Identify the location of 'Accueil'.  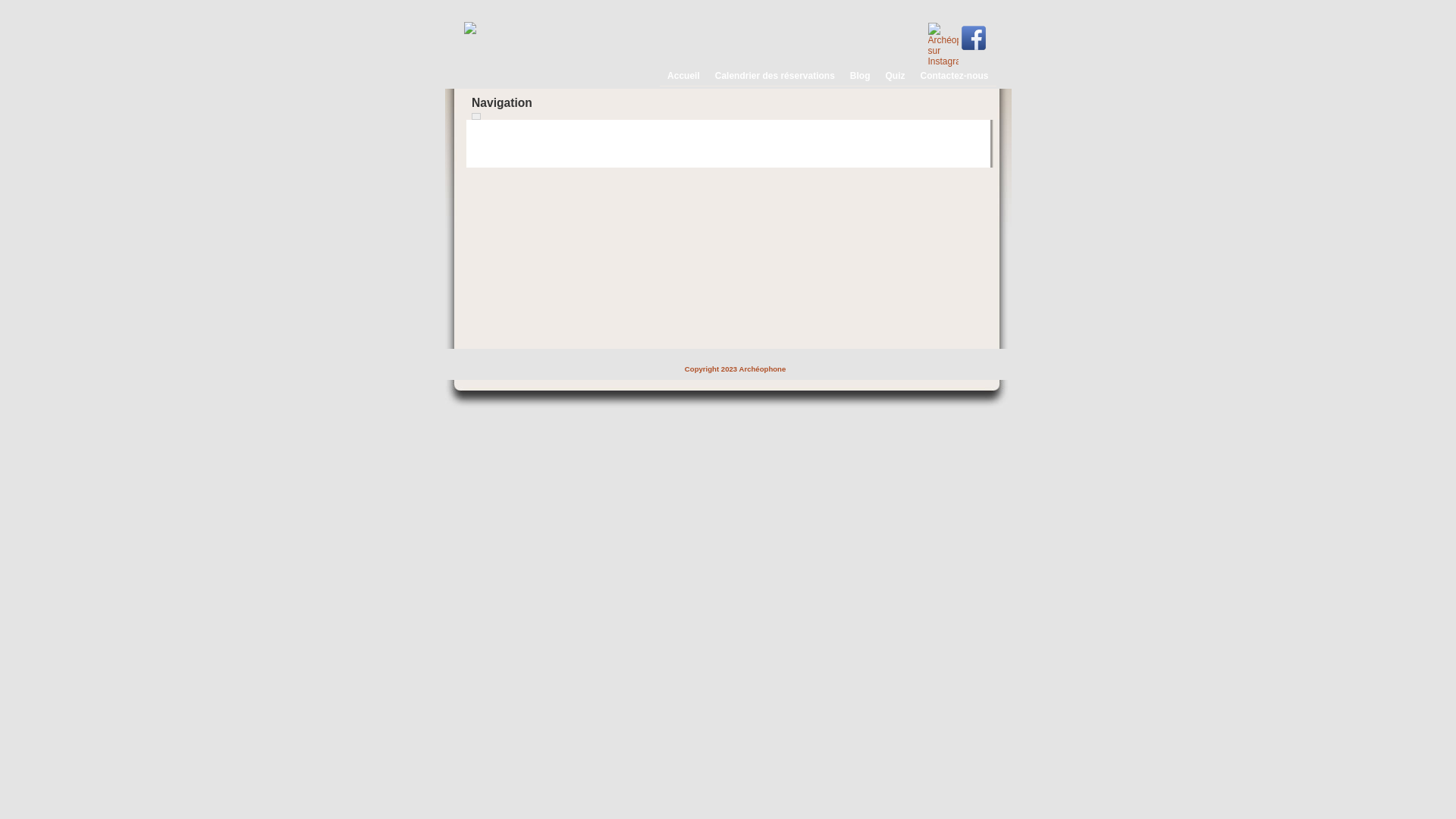
(680, 73).